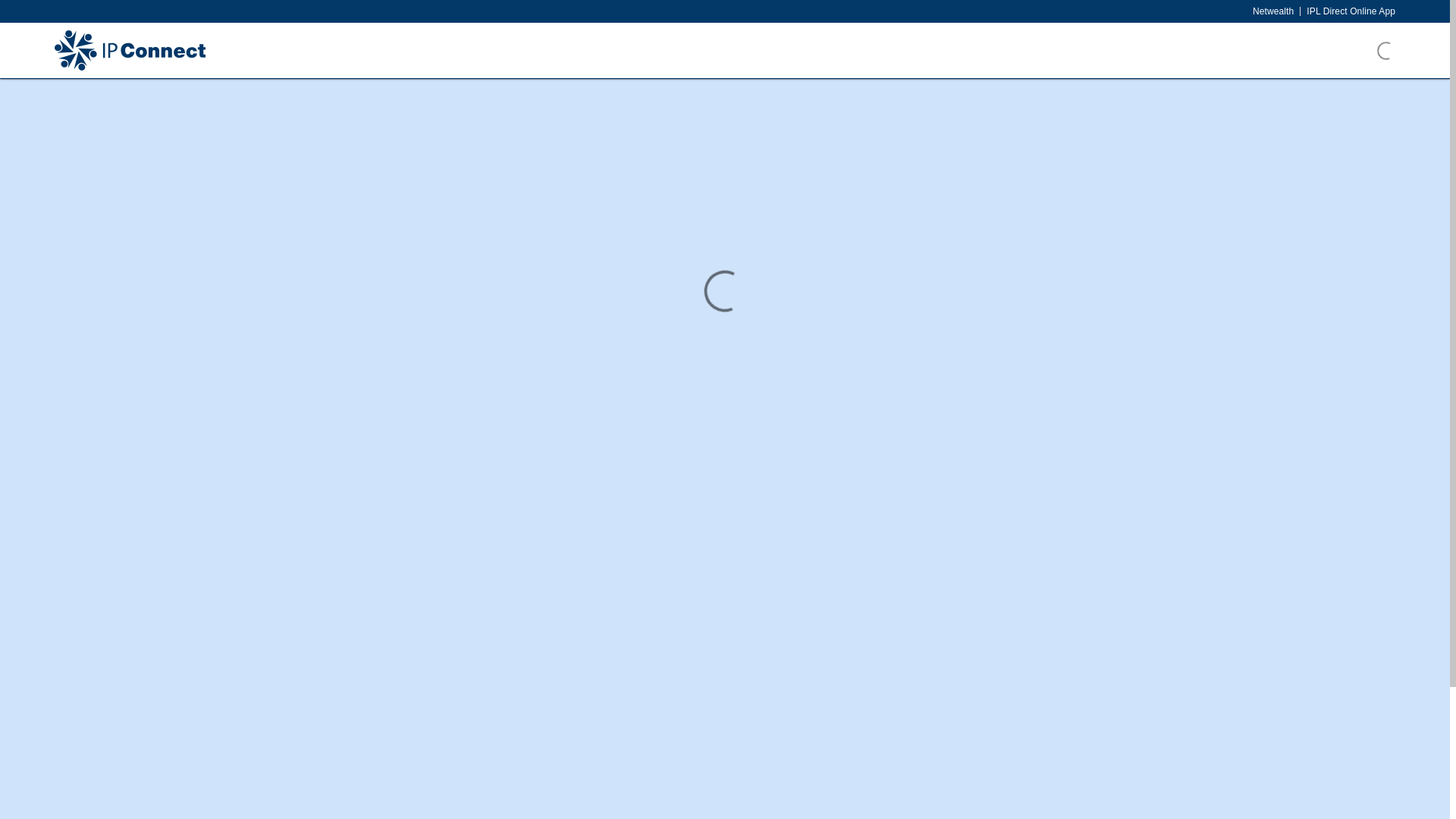 The image size is (1456, 819). What do you see at coordinates (1351, 11) in the screenshot?
I see `'IPL Direct Online App'` at bounding box center [1351, 11].